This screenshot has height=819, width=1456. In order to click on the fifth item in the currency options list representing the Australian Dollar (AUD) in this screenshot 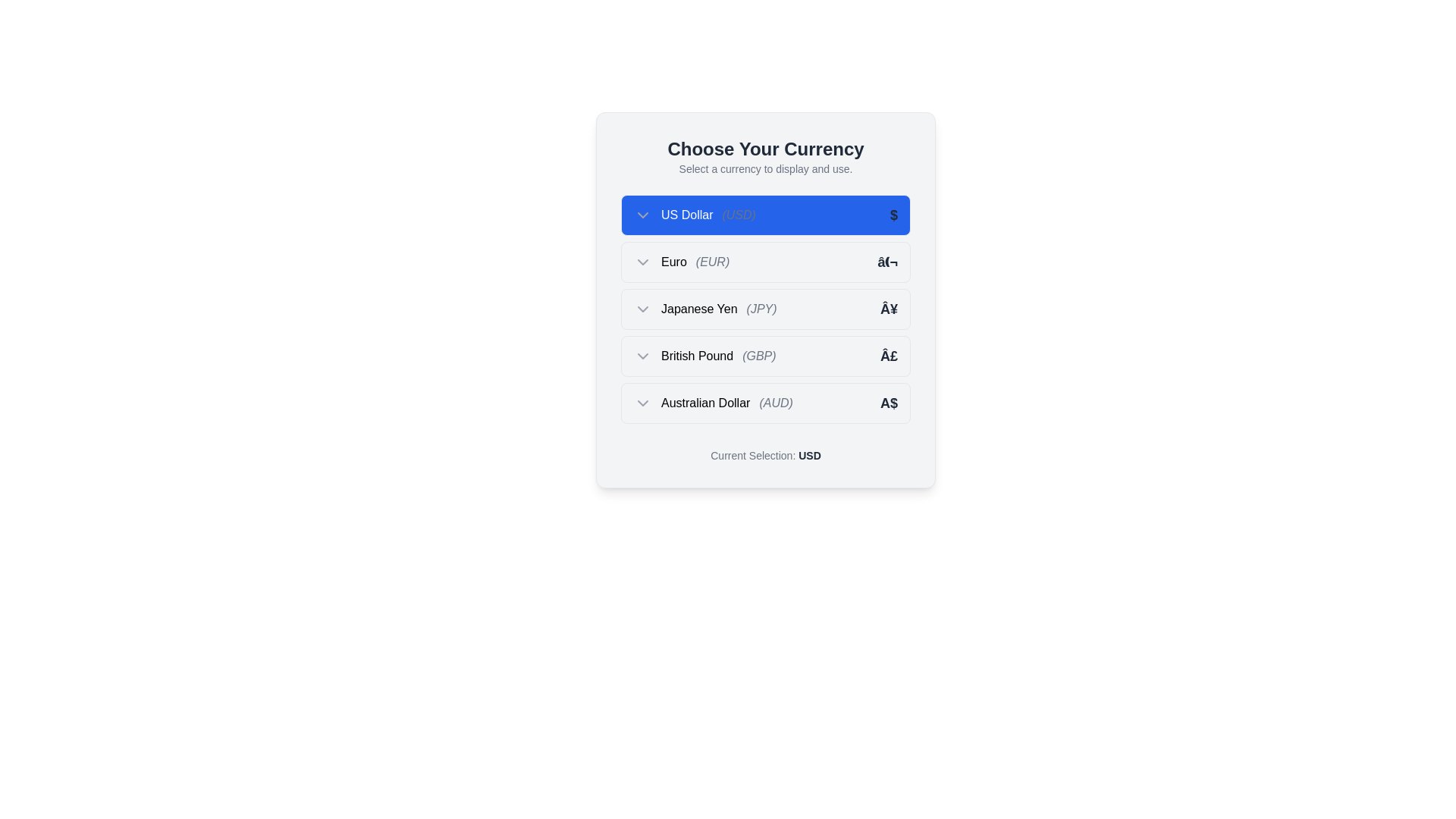, I will do `click(765, 403)`.